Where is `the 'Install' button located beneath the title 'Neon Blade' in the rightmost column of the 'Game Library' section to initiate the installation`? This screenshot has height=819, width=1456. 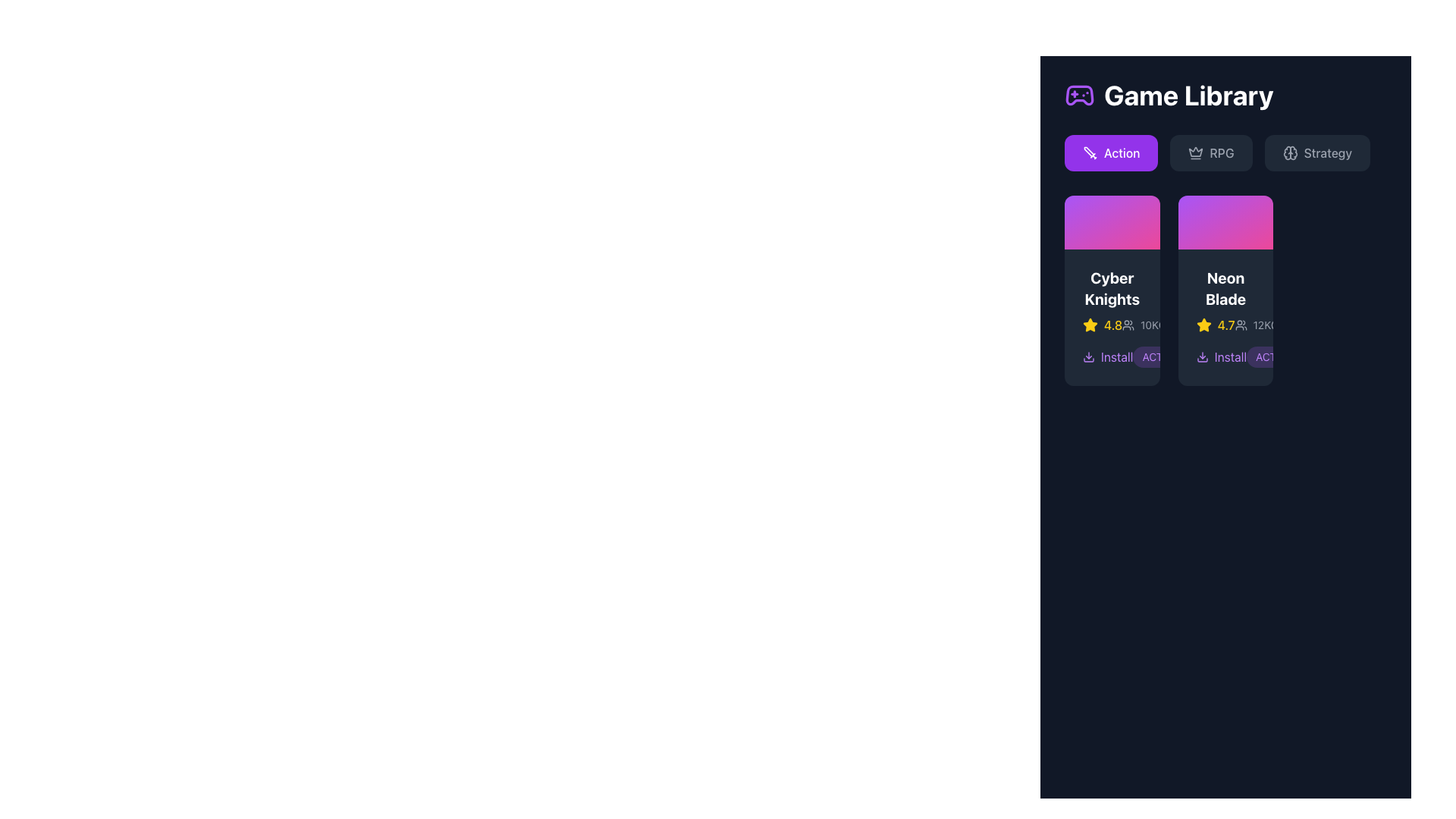 the 'Install' button located beneath the title 'Neon Blade' in the rightmost column of the 'Game Library' section to initiate the installation is located at coordinates (1221, 356).